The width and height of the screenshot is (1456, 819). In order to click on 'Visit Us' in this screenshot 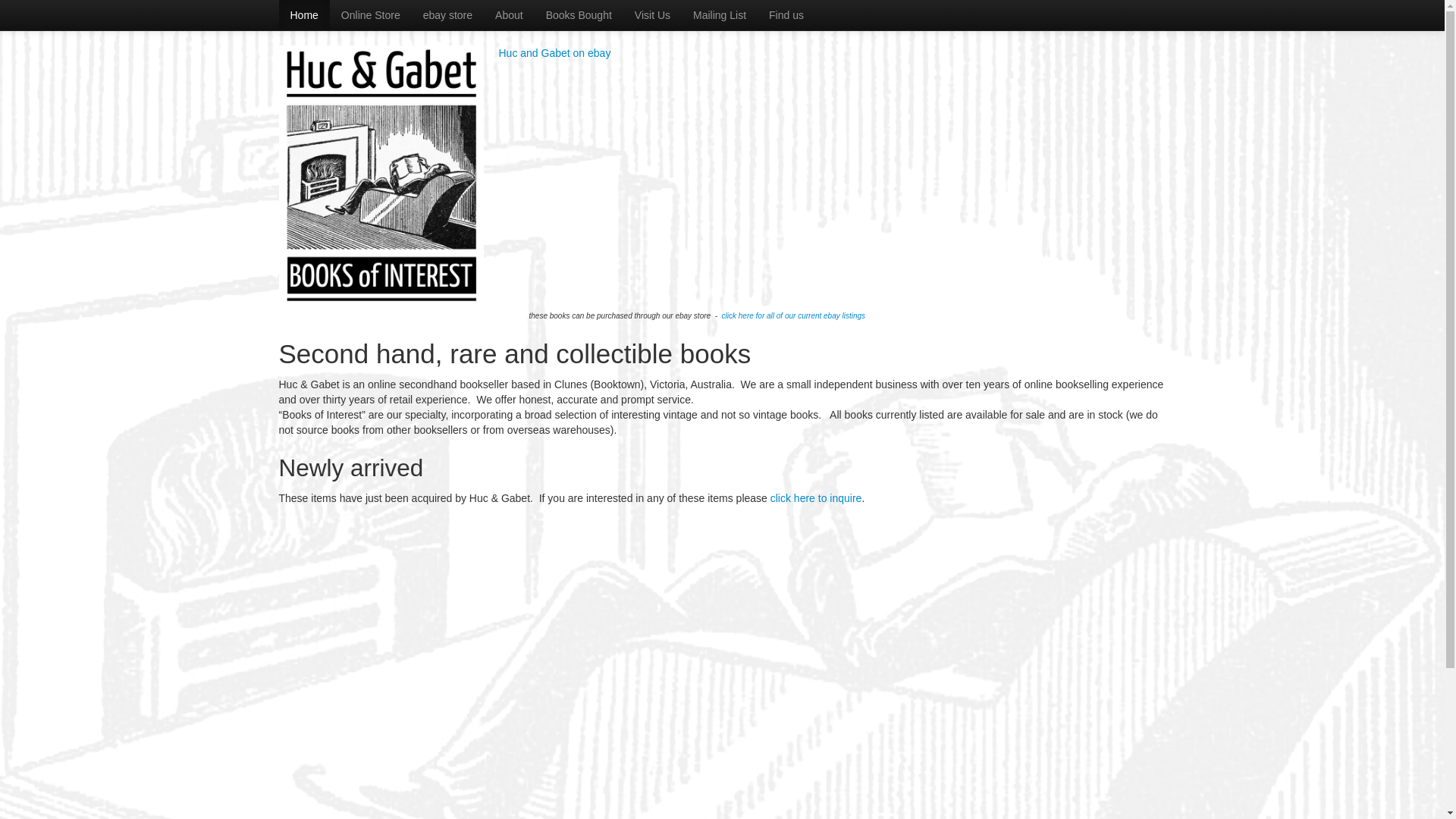, I will do `click(652, 14)`.